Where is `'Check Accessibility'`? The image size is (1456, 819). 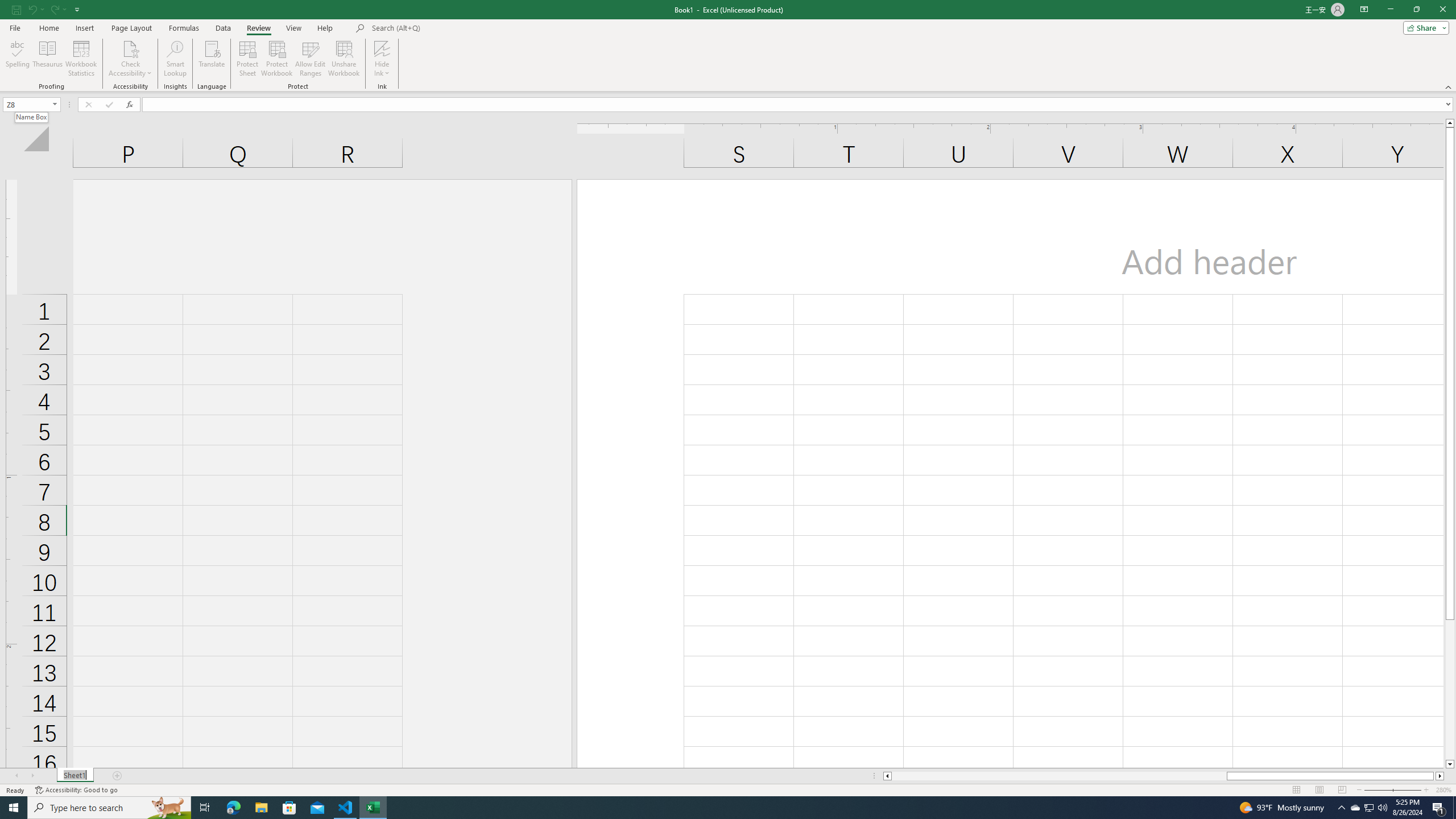 'Check Accessibility' is located at coordinates (130, 48).